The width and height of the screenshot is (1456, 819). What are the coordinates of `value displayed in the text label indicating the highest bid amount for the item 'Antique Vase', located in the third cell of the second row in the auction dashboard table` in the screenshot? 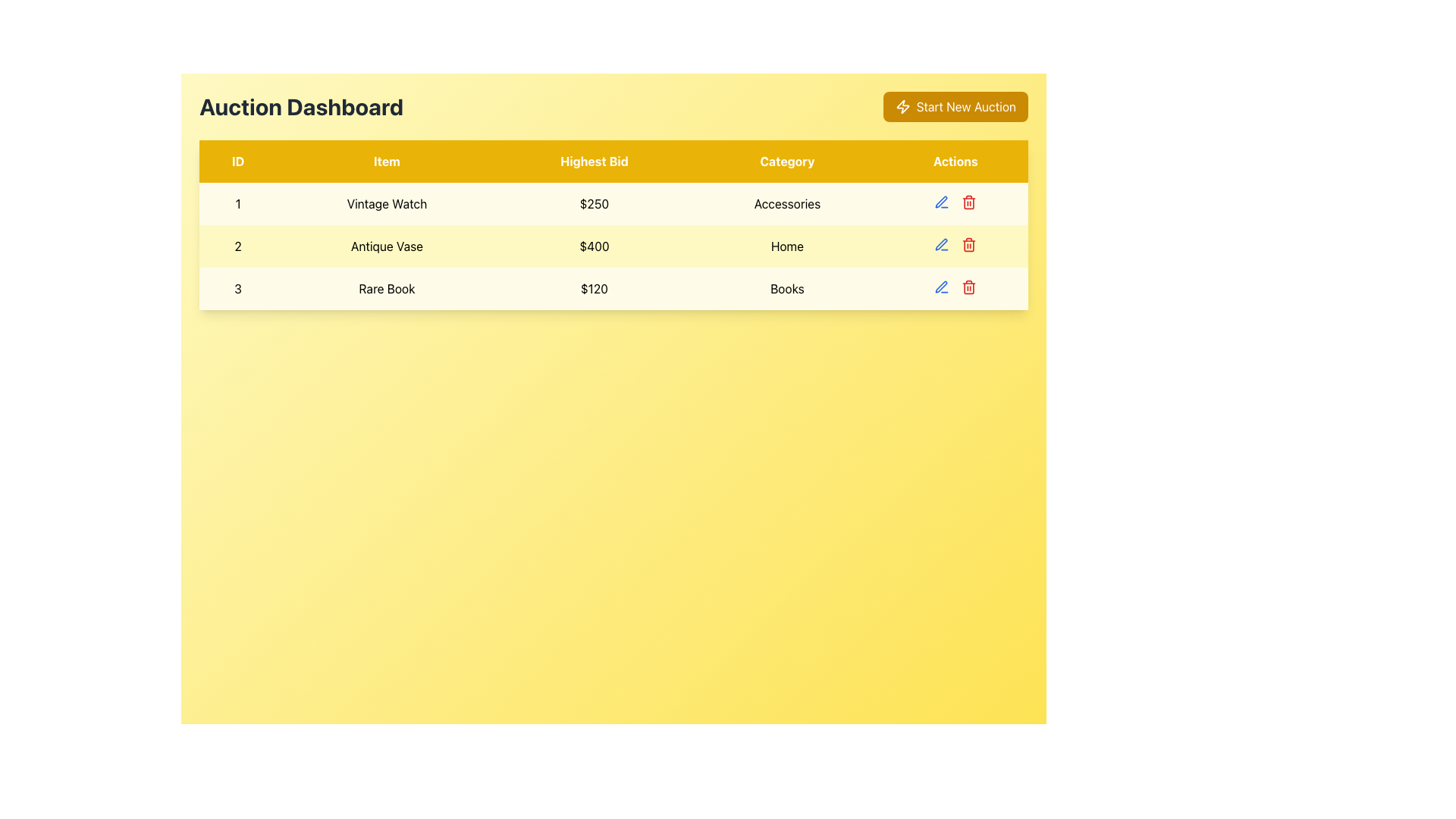 It's located at (593, 245).